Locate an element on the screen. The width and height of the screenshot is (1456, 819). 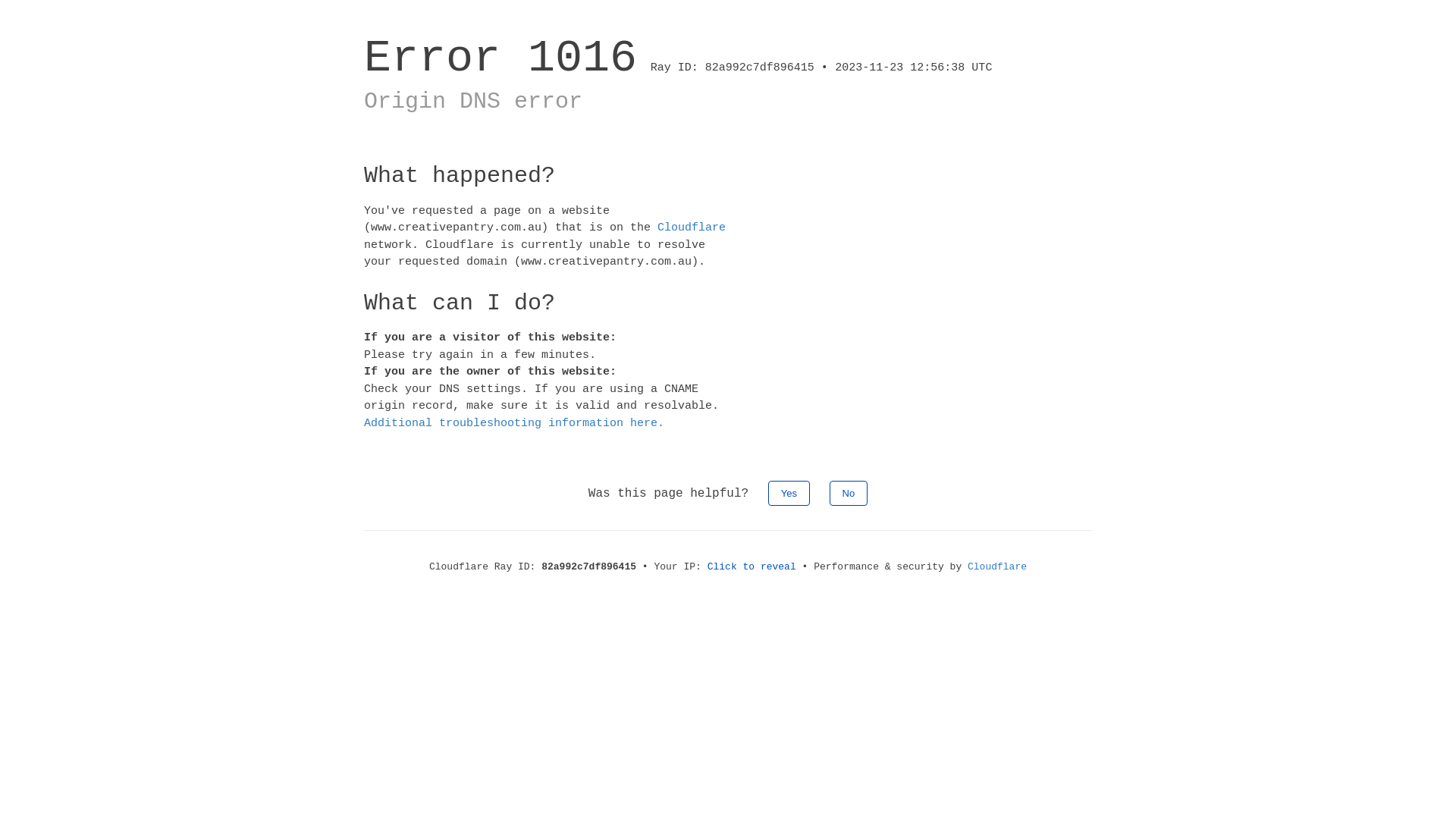
'Cloudflare' is located at coordinates (691, 227).